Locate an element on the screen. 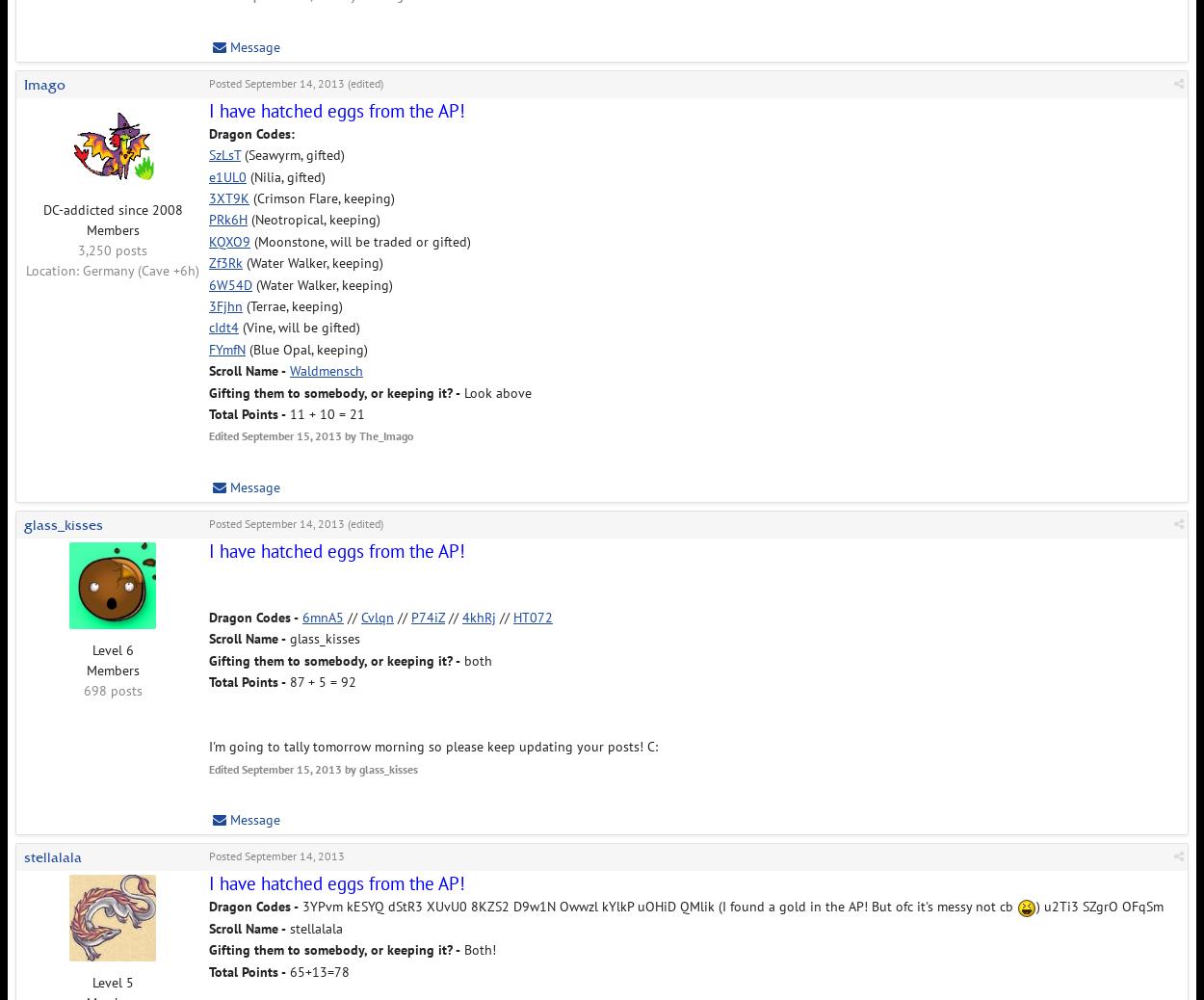  'Level 6' is located at coordinates (91, 647).